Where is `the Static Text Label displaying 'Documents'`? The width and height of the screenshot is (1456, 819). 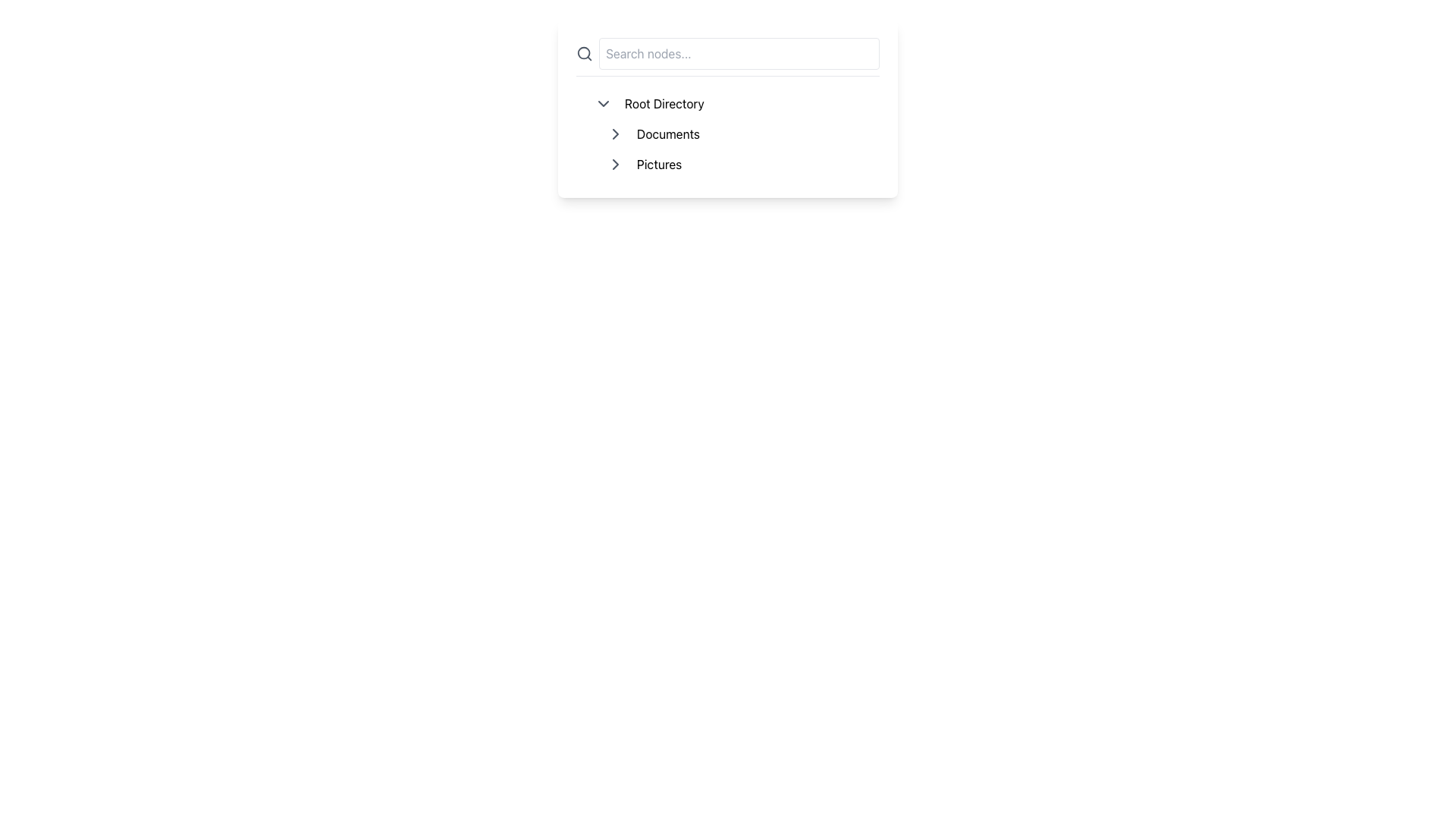 the Static Text Label displaying 'Documents' is located at coordinates (667, 133).